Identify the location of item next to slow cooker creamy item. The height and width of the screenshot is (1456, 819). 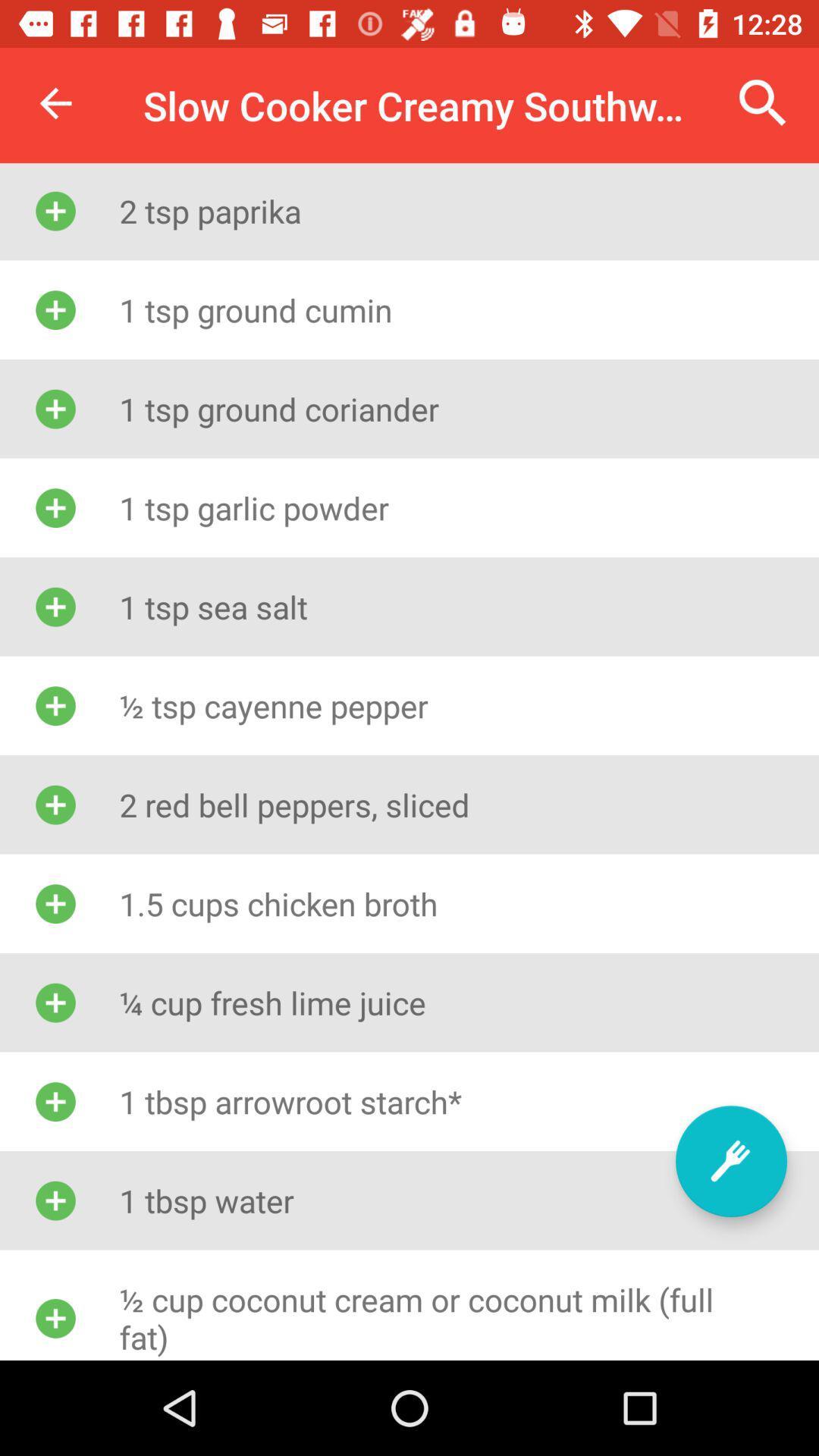
(763, 102).